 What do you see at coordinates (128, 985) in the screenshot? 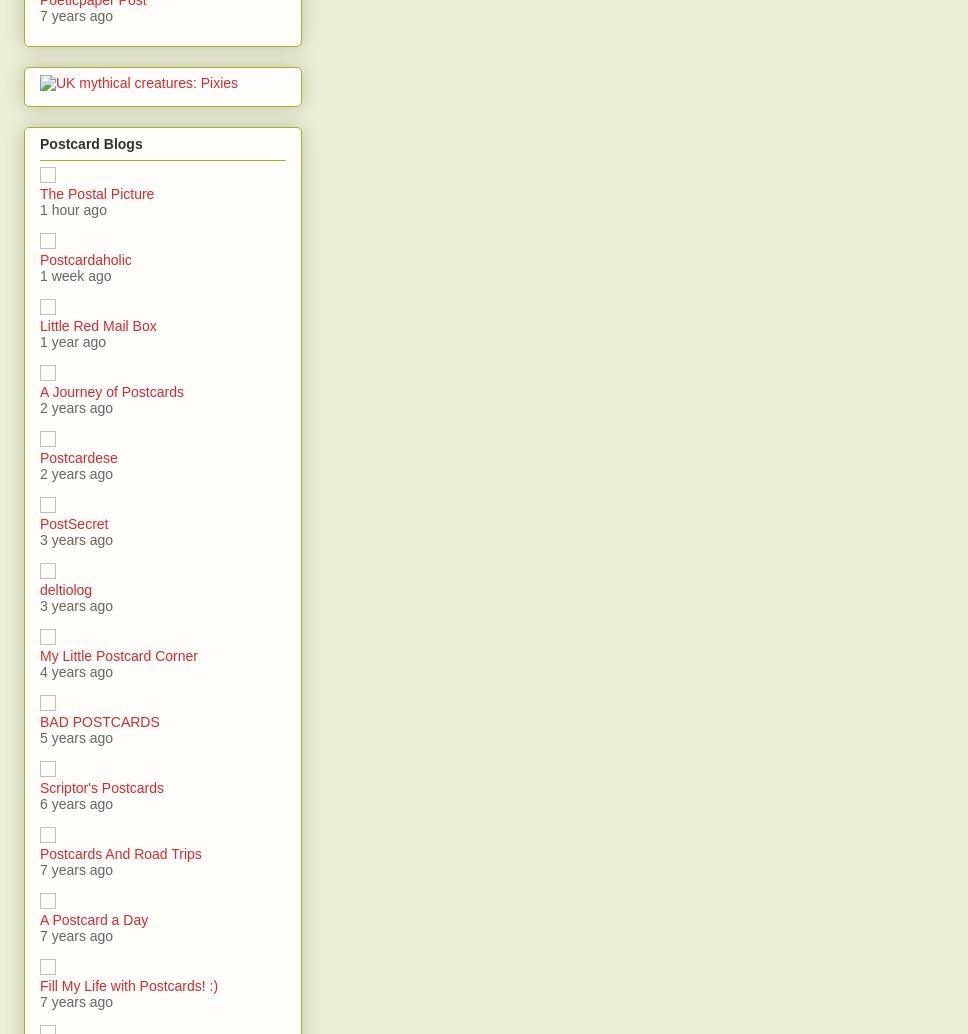
I see `'Fill My Life with Postcards! :)'` at bounding box center [128, 985].